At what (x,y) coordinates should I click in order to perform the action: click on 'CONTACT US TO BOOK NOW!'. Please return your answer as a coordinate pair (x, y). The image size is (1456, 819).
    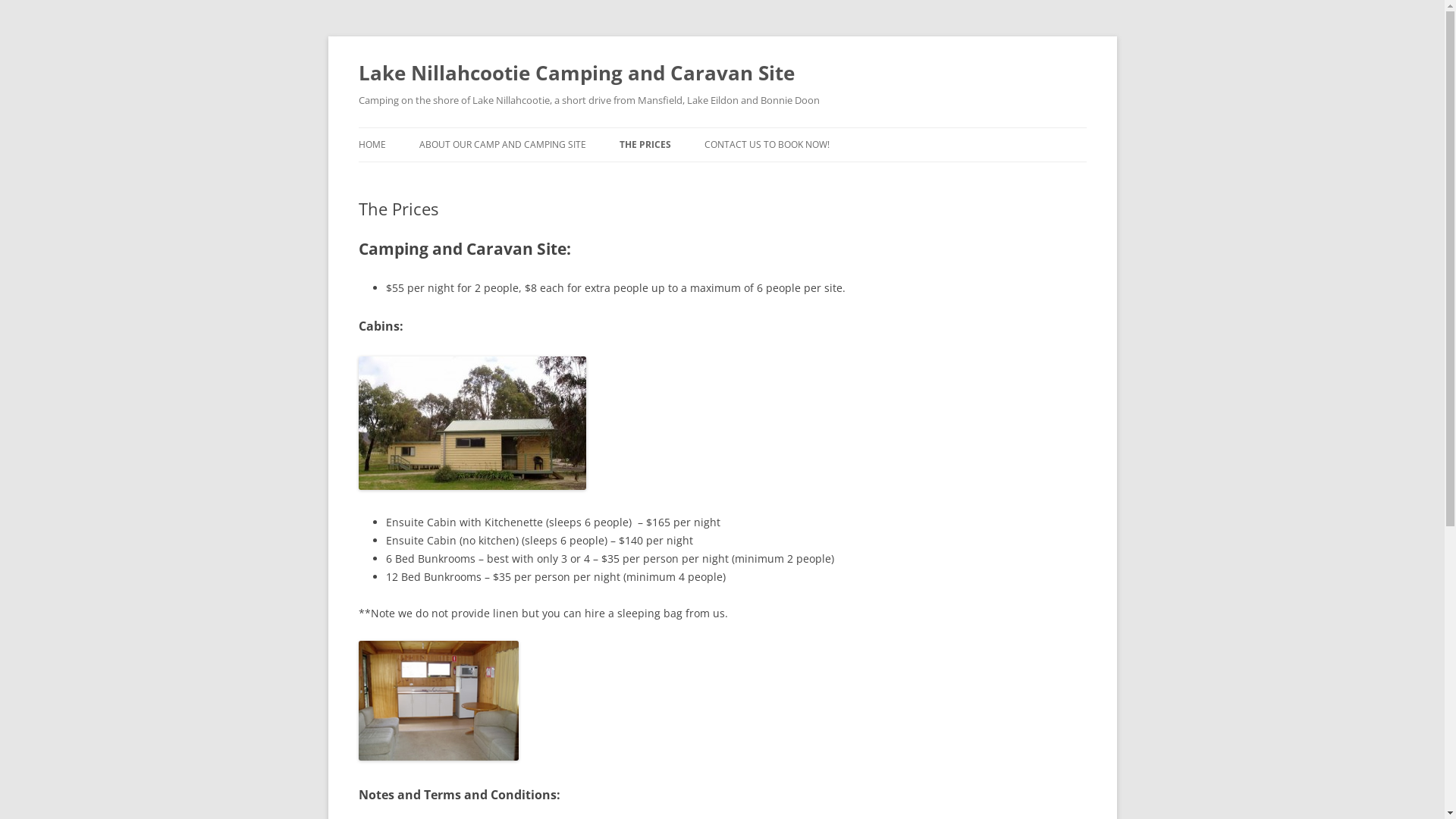
    Looking at the image, I should click on (766, 145).